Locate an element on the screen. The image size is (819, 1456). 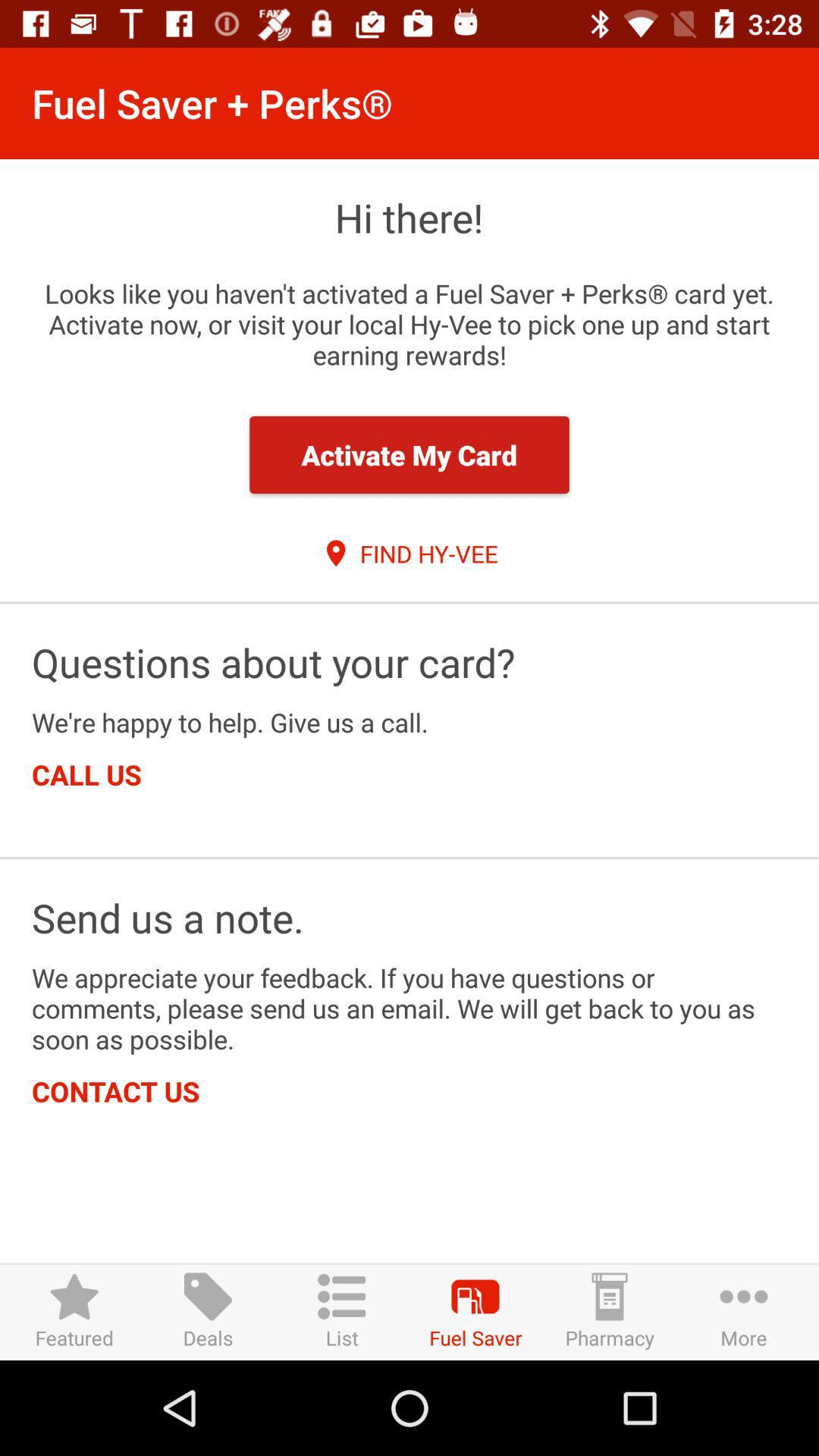
the icon to the left of the deals icon is located at coordinates (74, 1311).